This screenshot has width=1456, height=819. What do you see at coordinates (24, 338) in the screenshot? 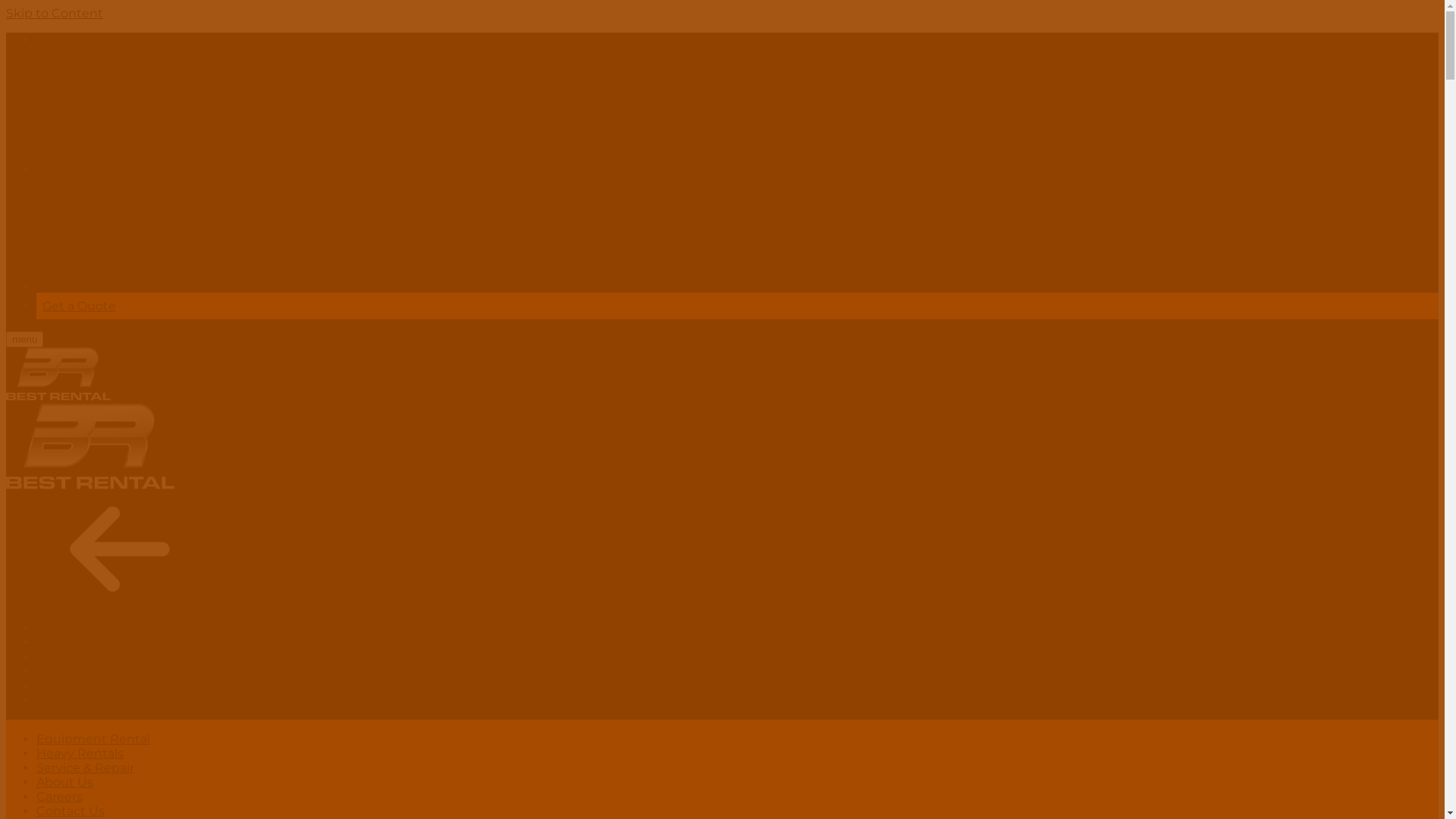
I see `'menu'` at bounding box center [24, 338].